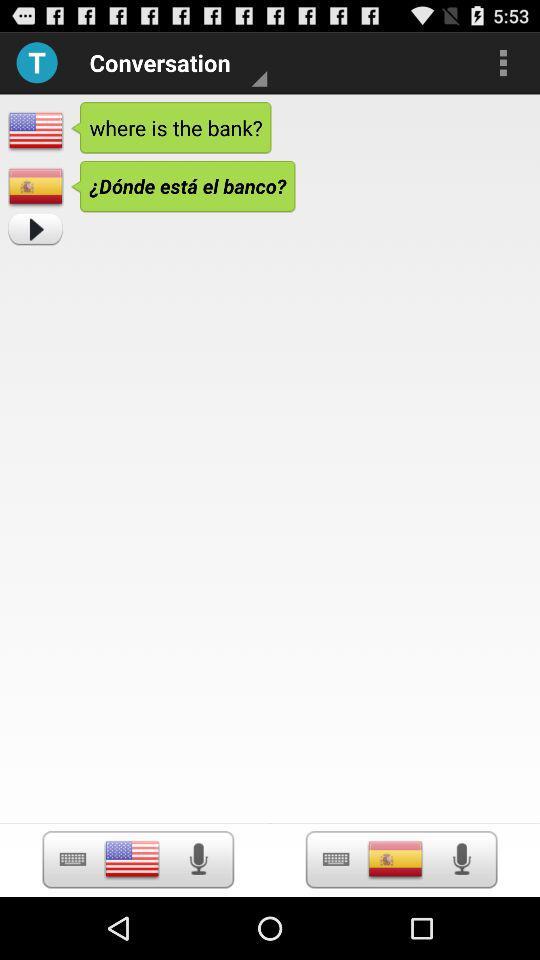  I want to click on the national_flag icon, so click(132, 920).